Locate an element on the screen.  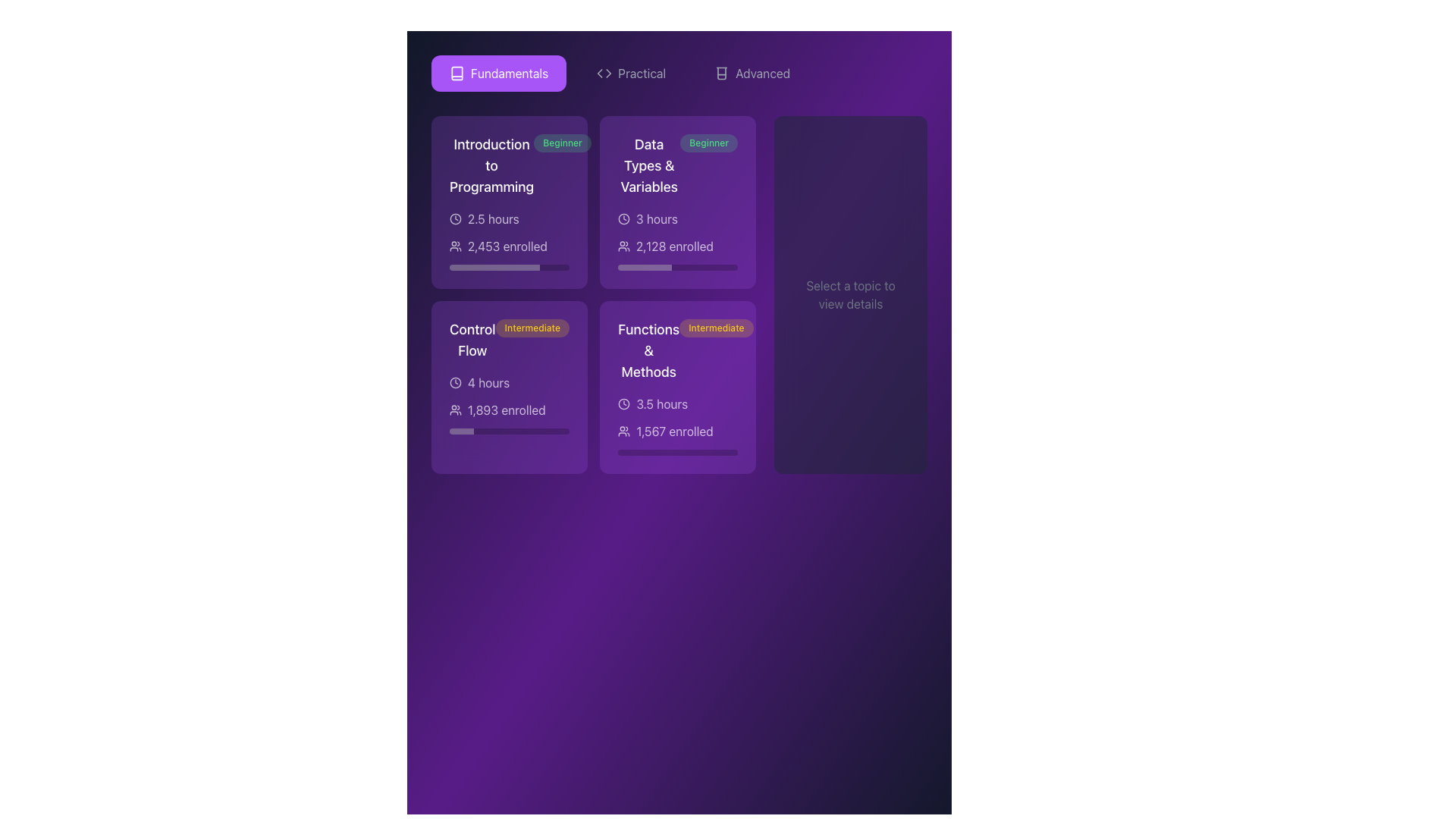
the 'Beginner' badge styled with a rounded shape and green text, located to the right of the 'Data Types & Variables' heading inside a card in the top-center region of the interface is located at coordinates (708, 143).